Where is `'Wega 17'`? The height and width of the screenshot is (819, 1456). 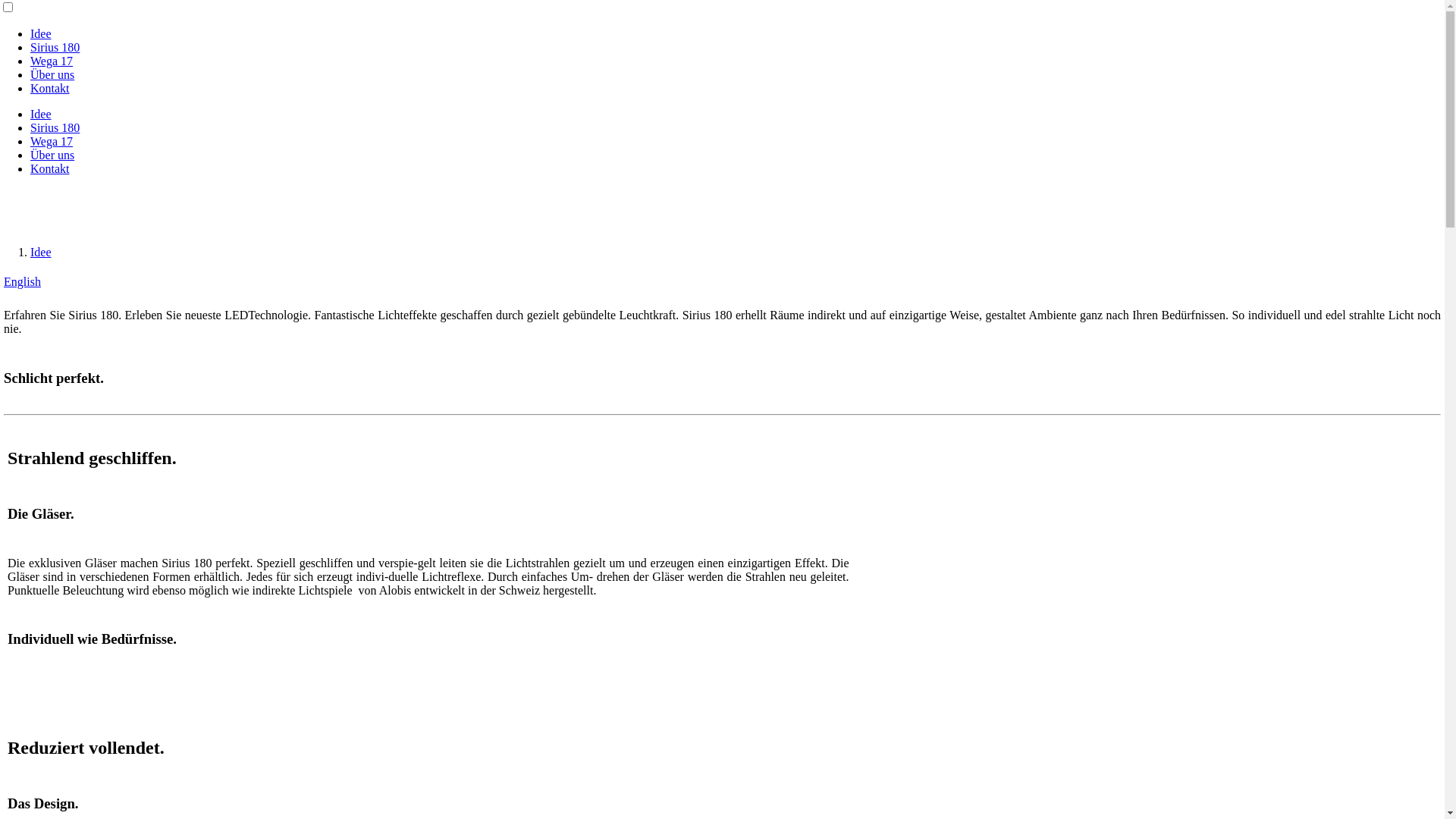
'Wega 17' is located at coordinates (30, 60).